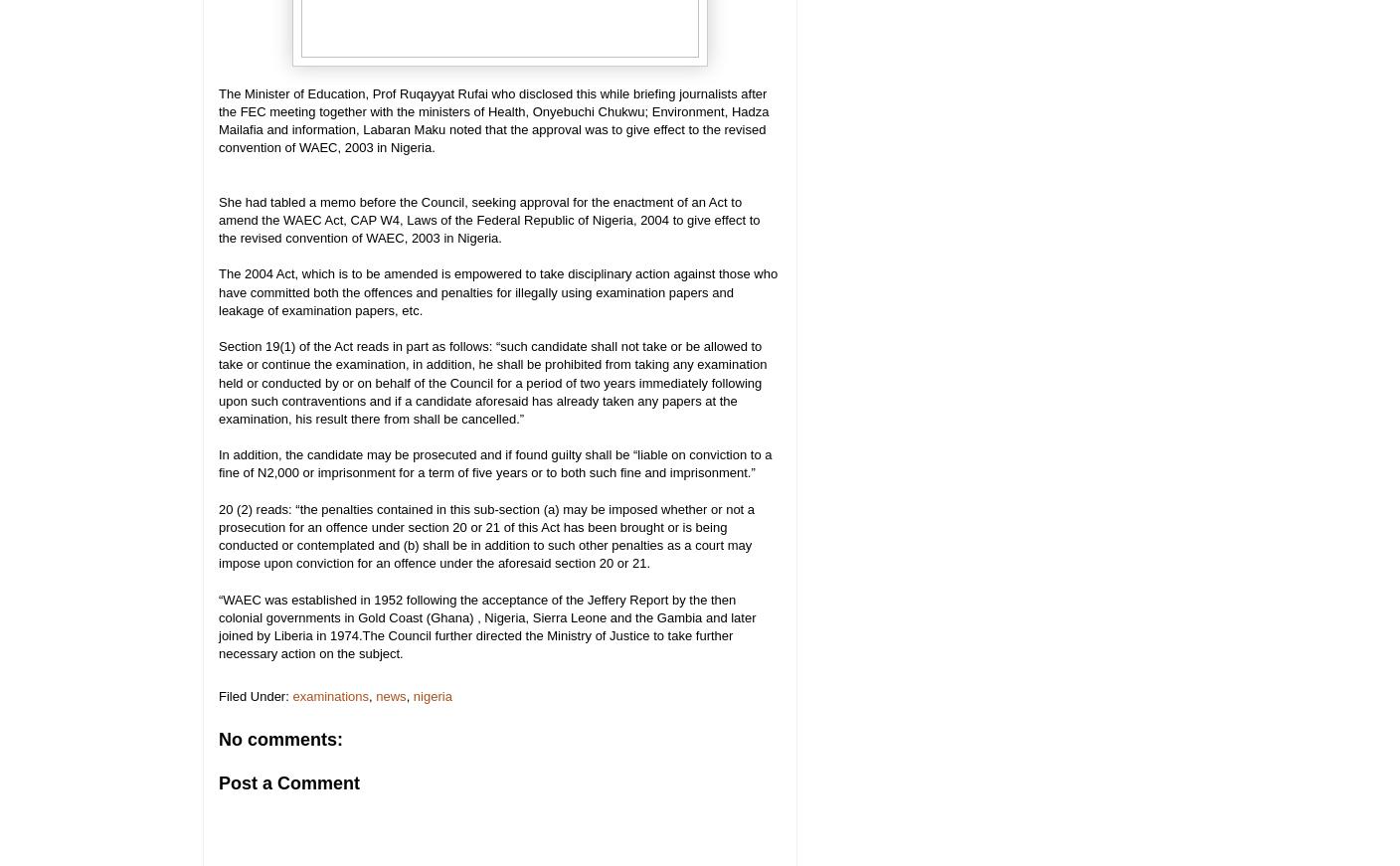  I want to click on 'The Minister of Education, Prof Ruqayyat Rufai who disclosed this while briefing journalists after the FEC meeting together with the ministers of Health, Onyebuchi Chukwu; Environment, Hadza Mailafia and information, Labaran Maku noted that the approval was to give effect to the revised convention of WAEC, 2003 in Nigeria.', so click(217, 118).